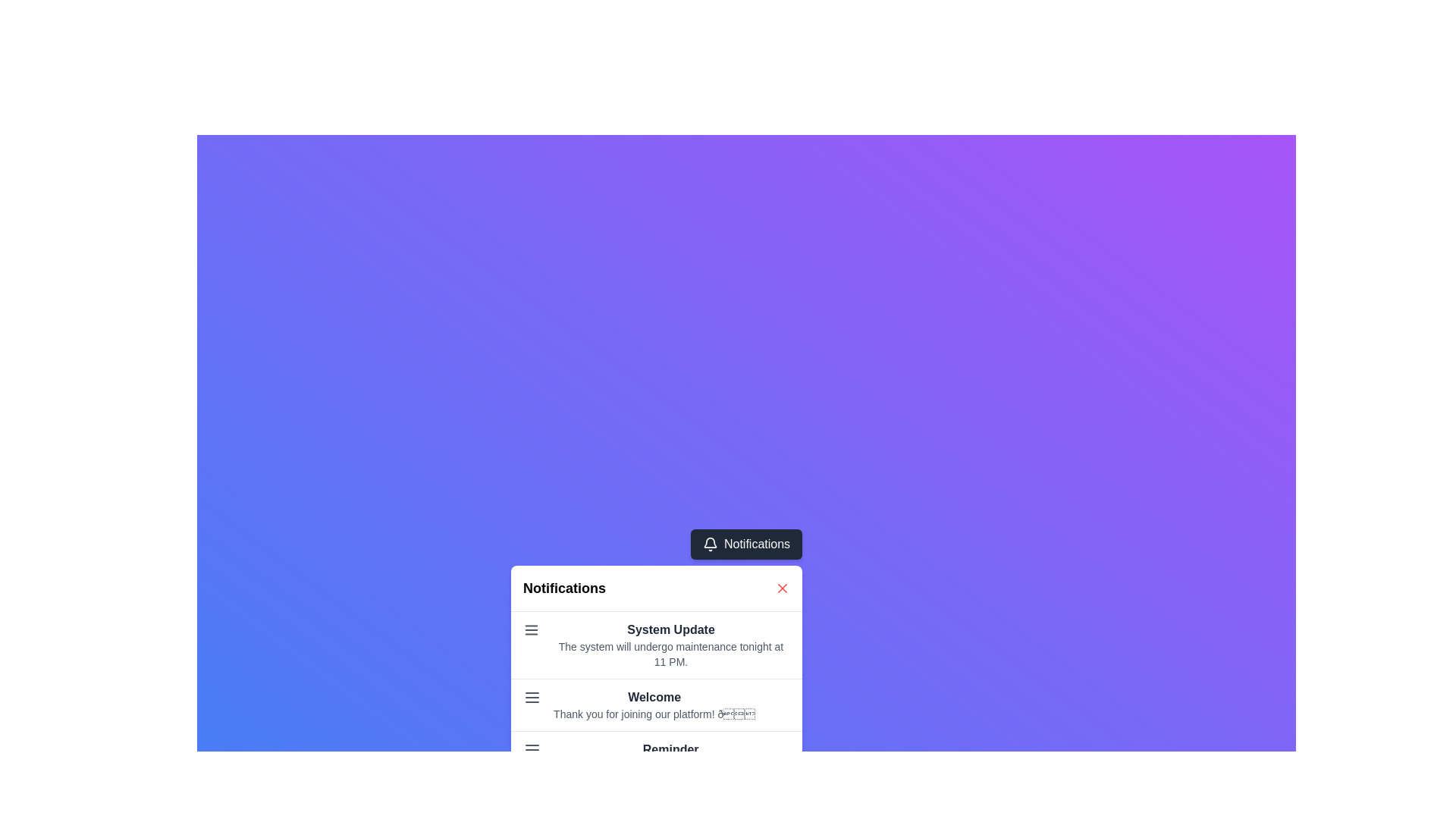 The height and width of the screenshot is (819, 1456). What do you see at coordinates (657, 757) in the screenshot?
I see `the notification item displaying the bold text 'Reminder' and the description 'Your meeting is scheduled for tomorrow at 10 AM.'` at bounding box center [657, 757].